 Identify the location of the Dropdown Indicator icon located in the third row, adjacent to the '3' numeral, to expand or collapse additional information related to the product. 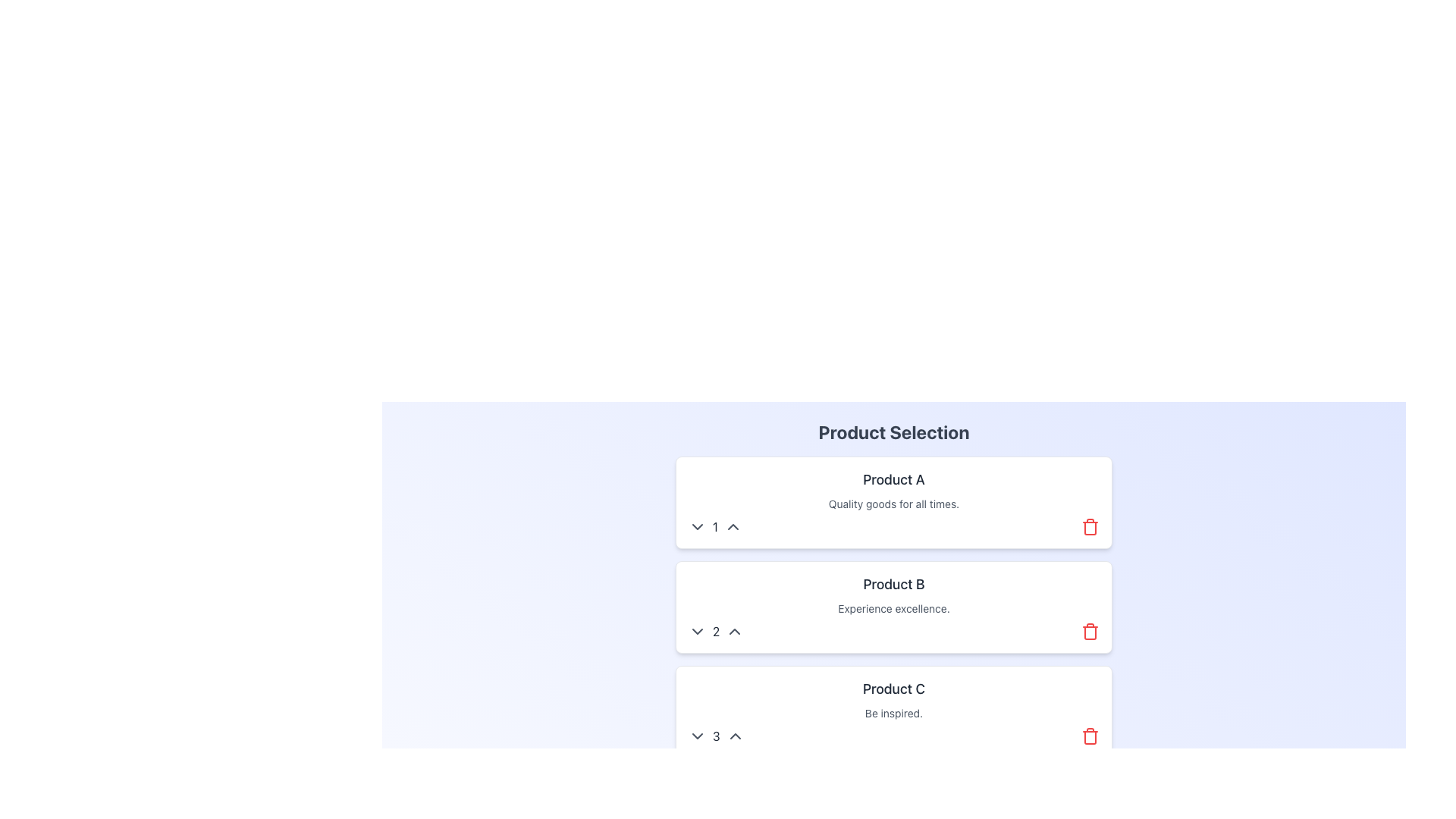
(697, 736).